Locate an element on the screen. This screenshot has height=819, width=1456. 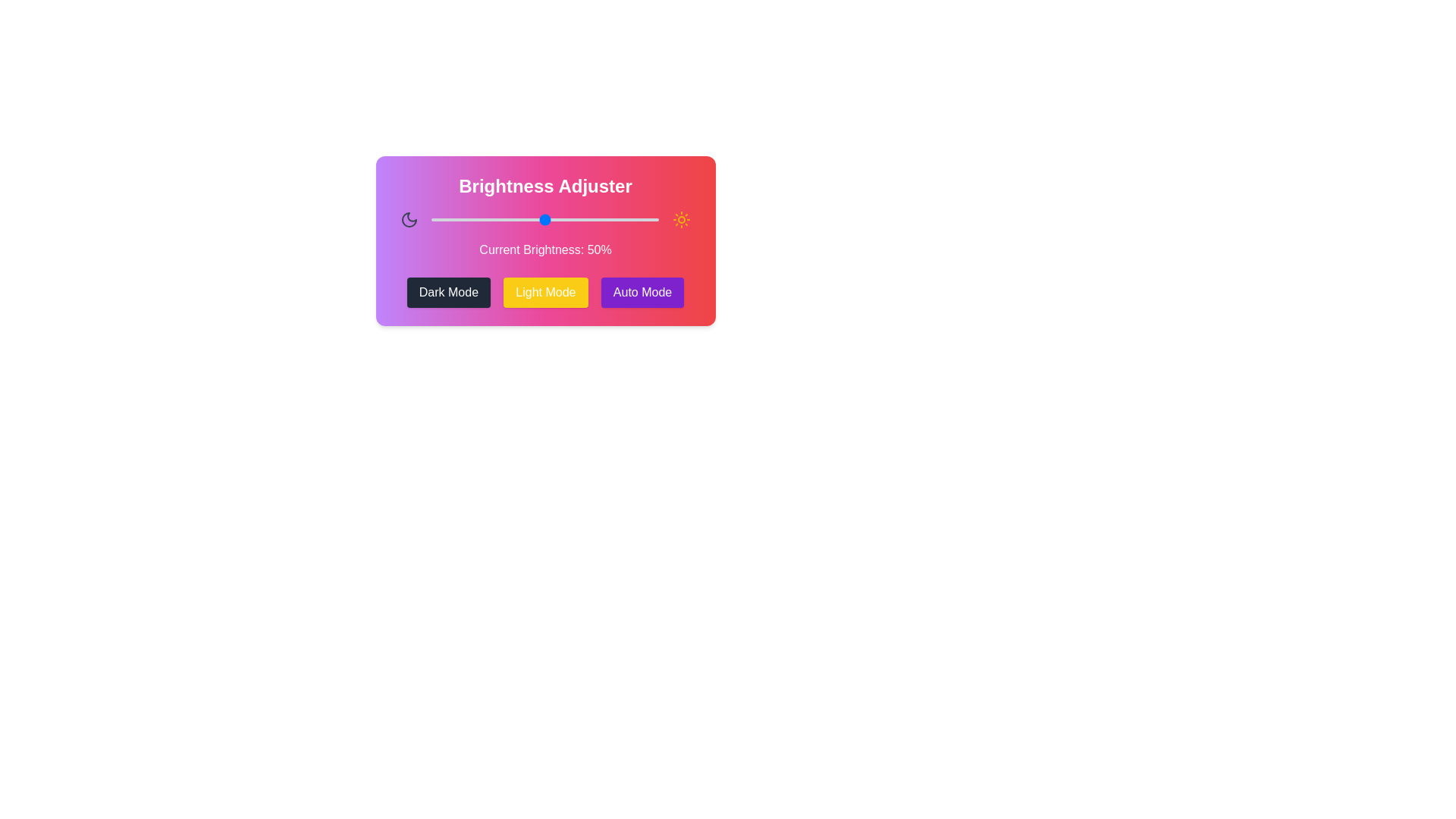
the 'Light Mode' button is located at coordinates (546, 292).